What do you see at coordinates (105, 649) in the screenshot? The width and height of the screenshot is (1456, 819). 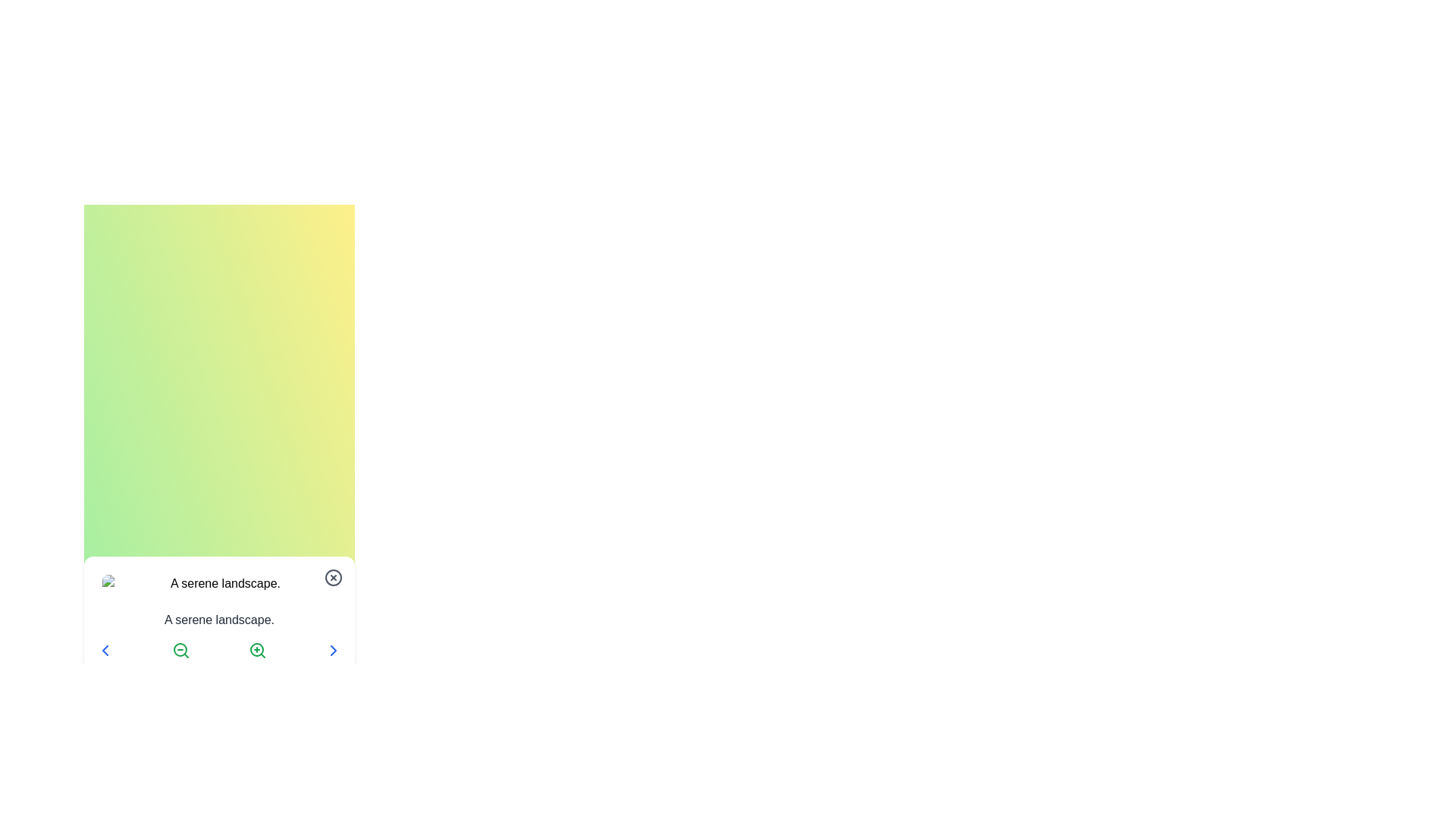 I see `the left-facing chevron icon in SVG format` at bounding box center [105, 649].